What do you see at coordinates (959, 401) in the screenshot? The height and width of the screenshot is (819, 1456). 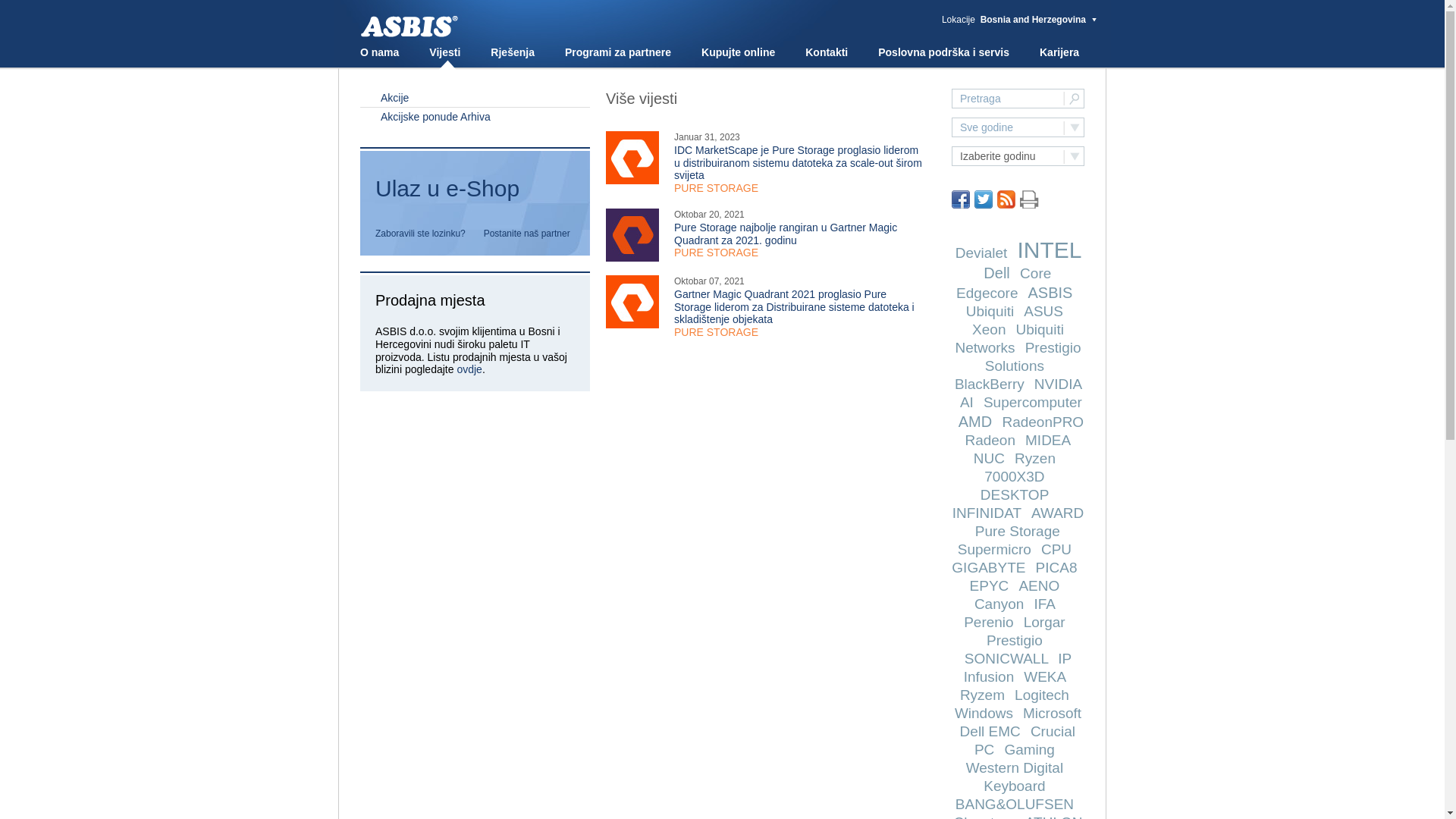 I see `'AI'` at bounding box center [959, 401].